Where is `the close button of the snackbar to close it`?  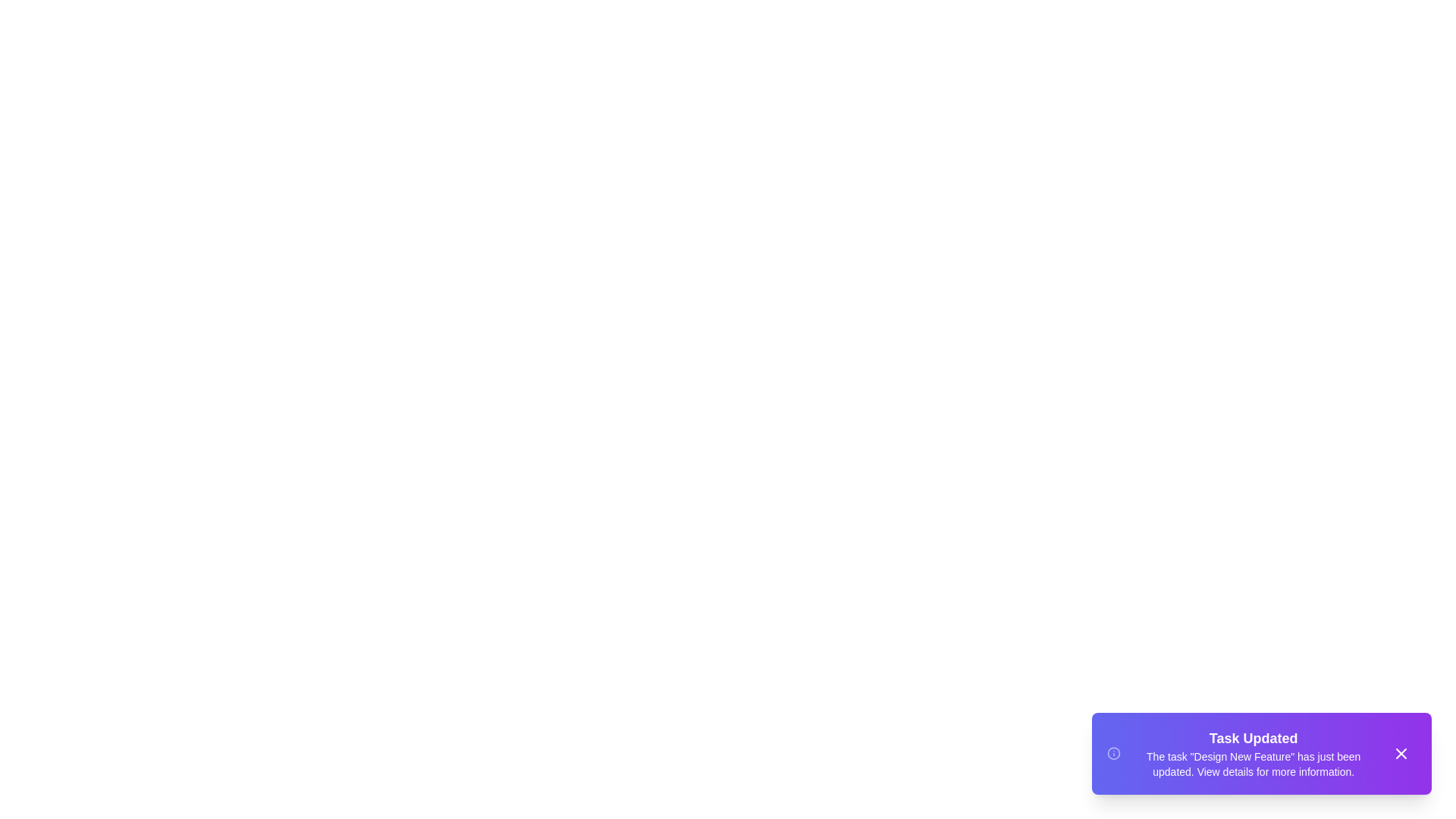
the close button of the snackbar to close it is located at coordinates (1401, 754).